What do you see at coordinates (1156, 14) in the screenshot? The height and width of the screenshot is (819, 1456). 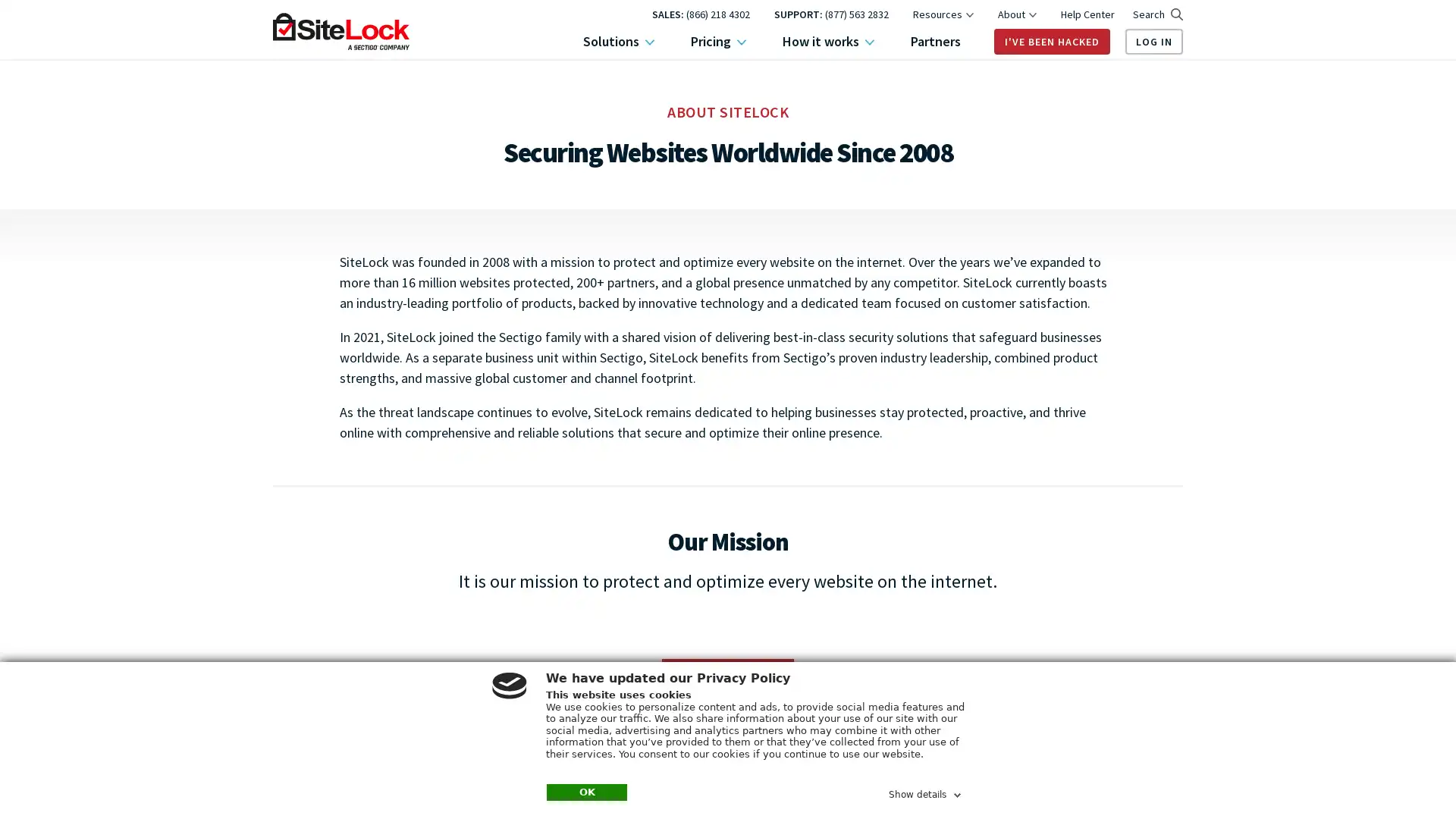 I see `Search` at bounding box center [1156, 14].